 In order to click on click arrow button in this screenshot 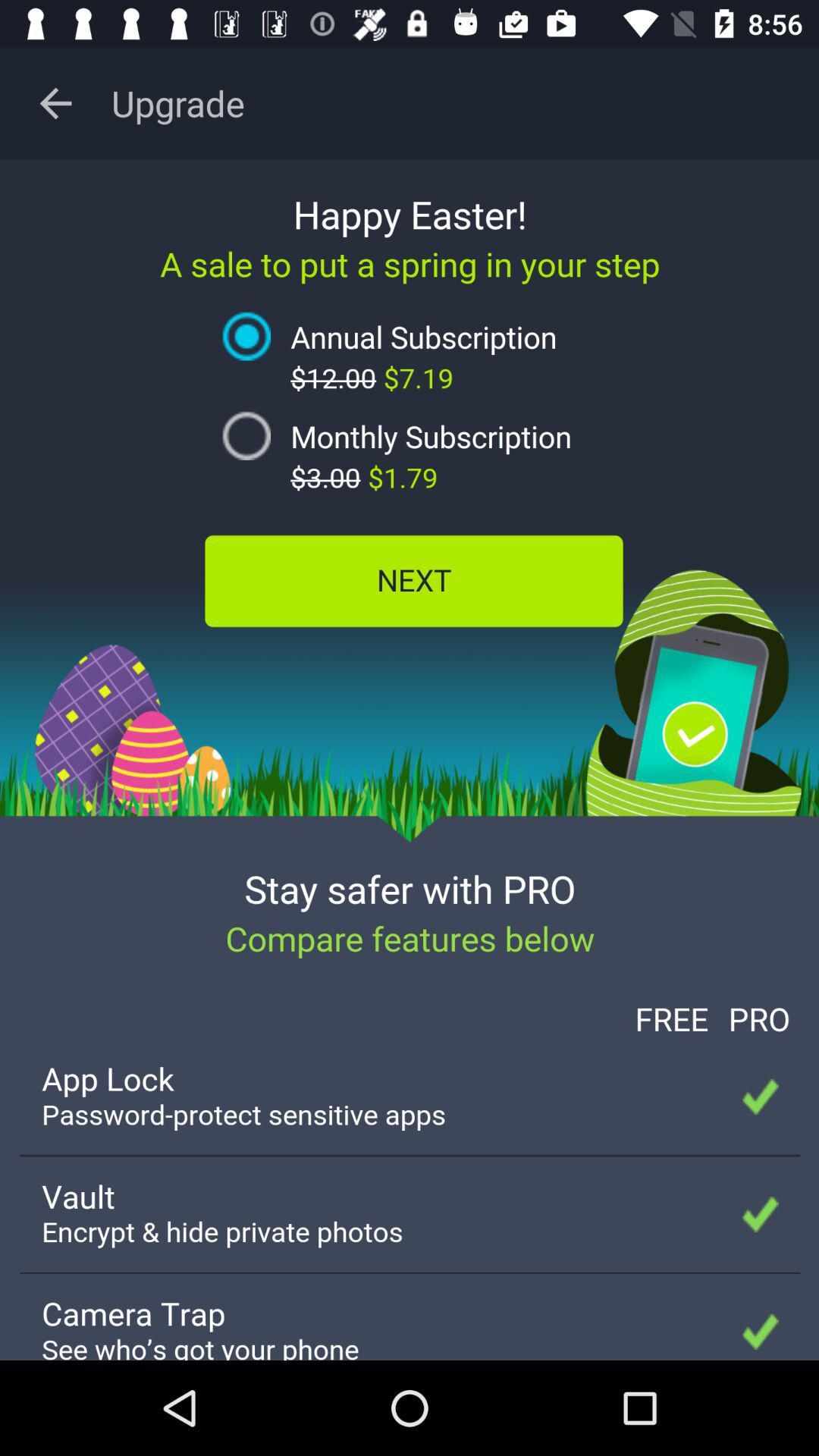, I will do `click(55, 102)`.